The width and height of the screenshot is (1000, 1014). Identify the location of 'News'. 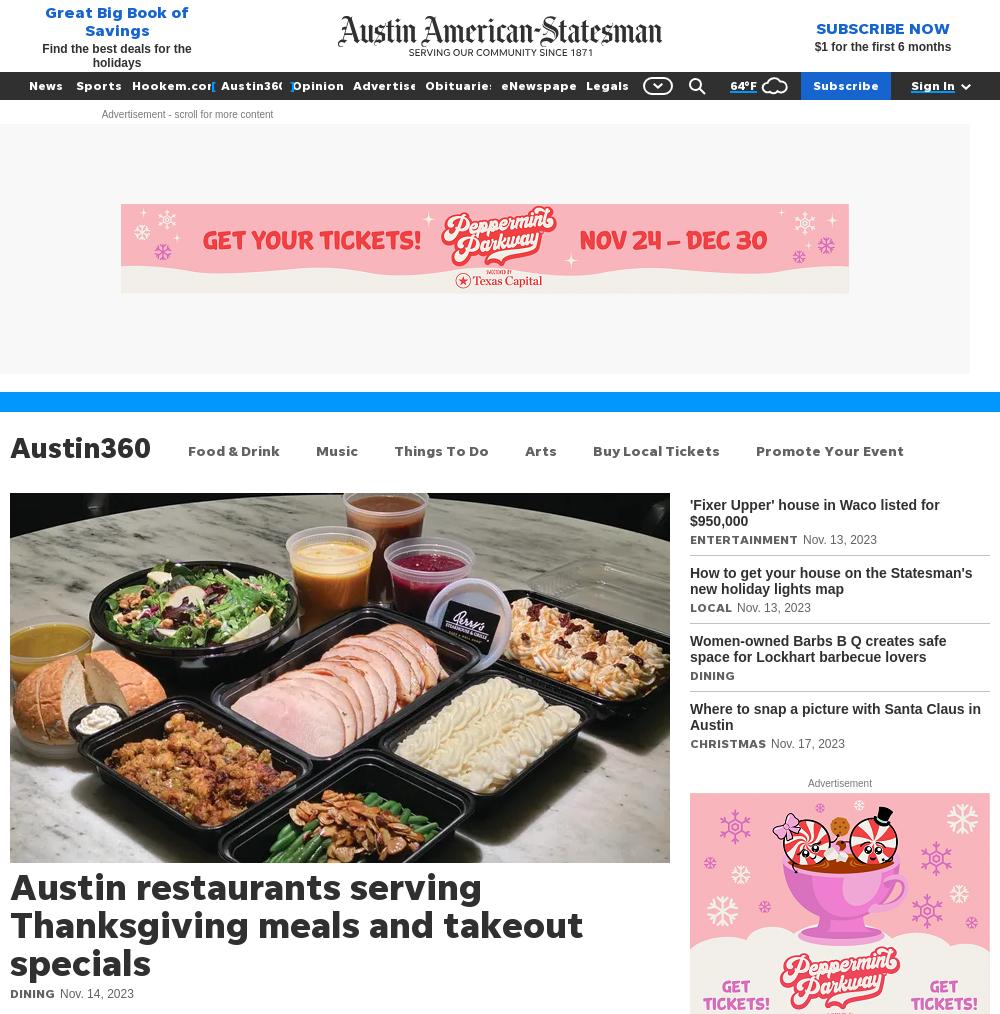
(46, 84).